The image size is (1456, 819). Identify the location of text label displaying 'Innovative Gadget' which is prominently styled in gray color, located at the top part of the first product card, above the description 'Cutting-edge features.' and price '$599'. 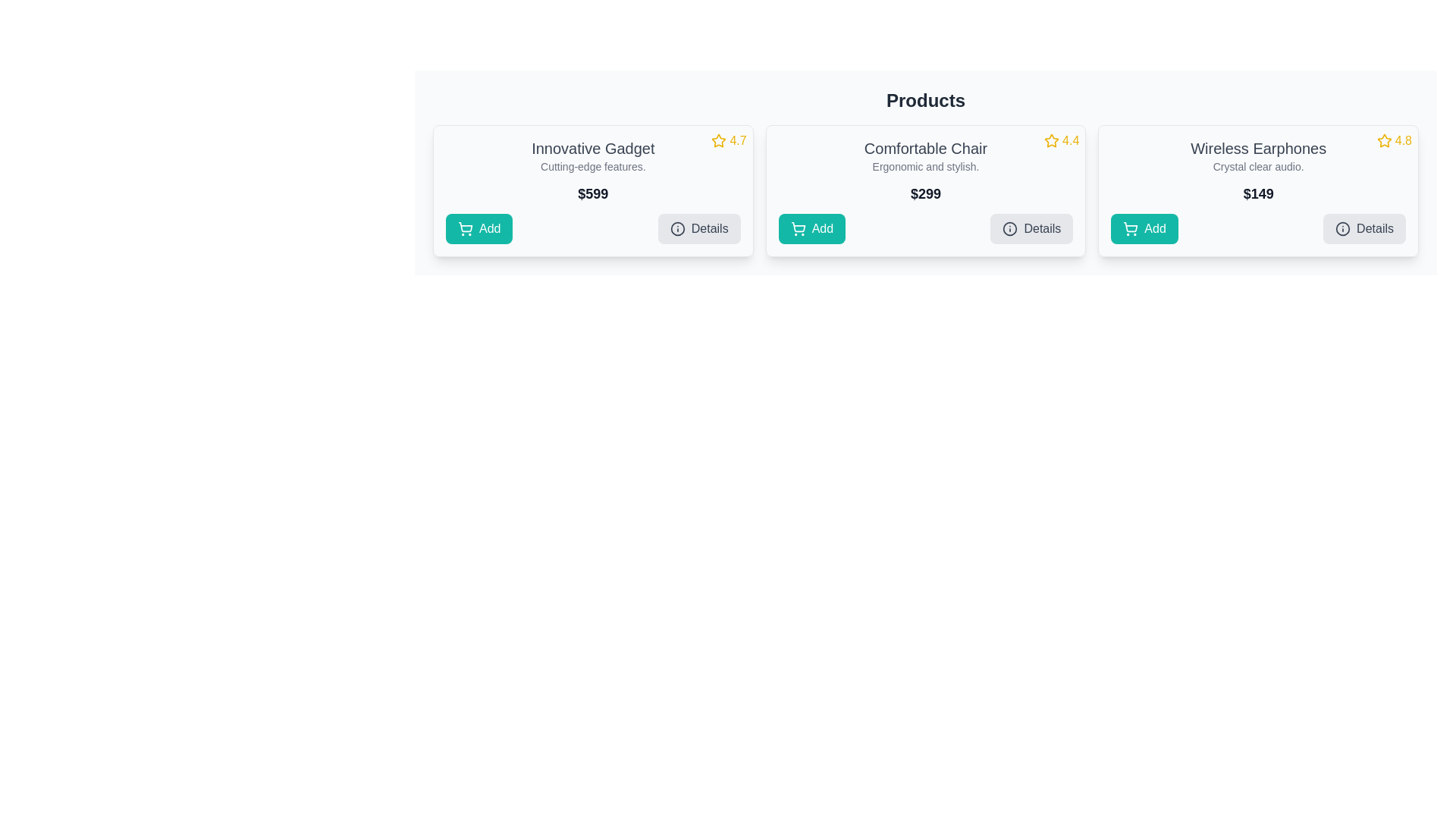
(592, 149).